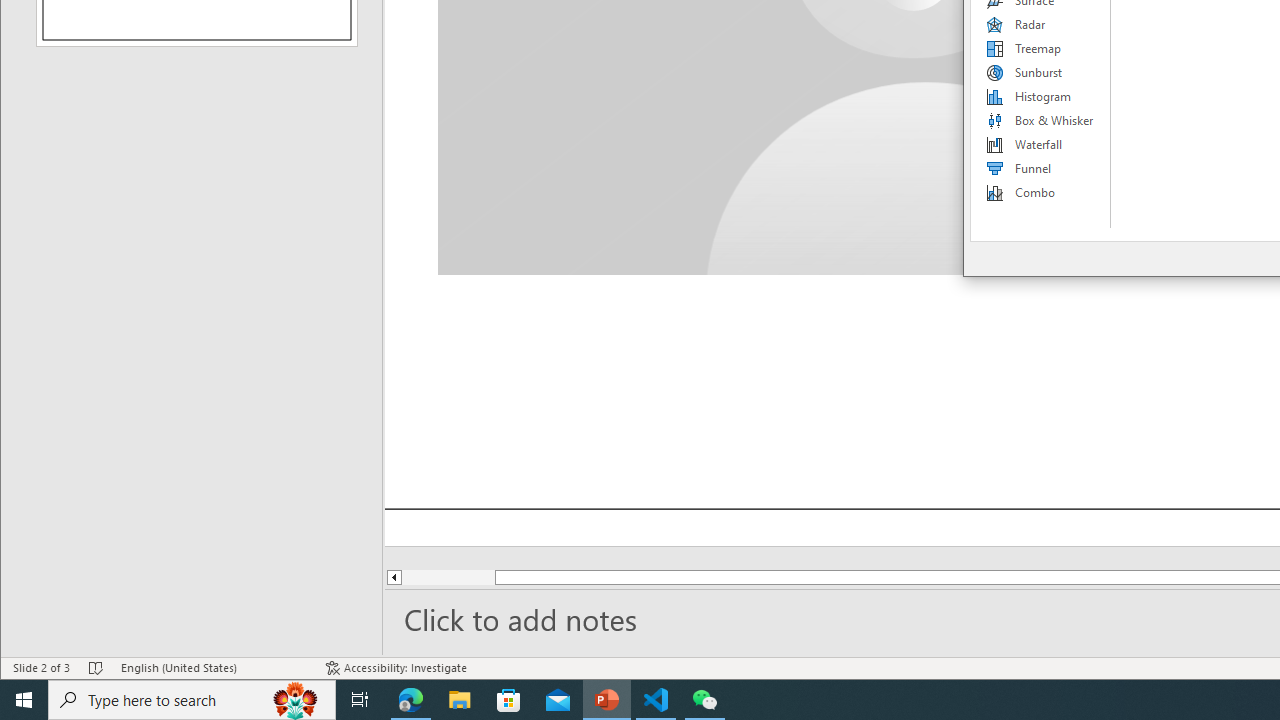  I want to click on 'File Explorer', so click(459, 698).